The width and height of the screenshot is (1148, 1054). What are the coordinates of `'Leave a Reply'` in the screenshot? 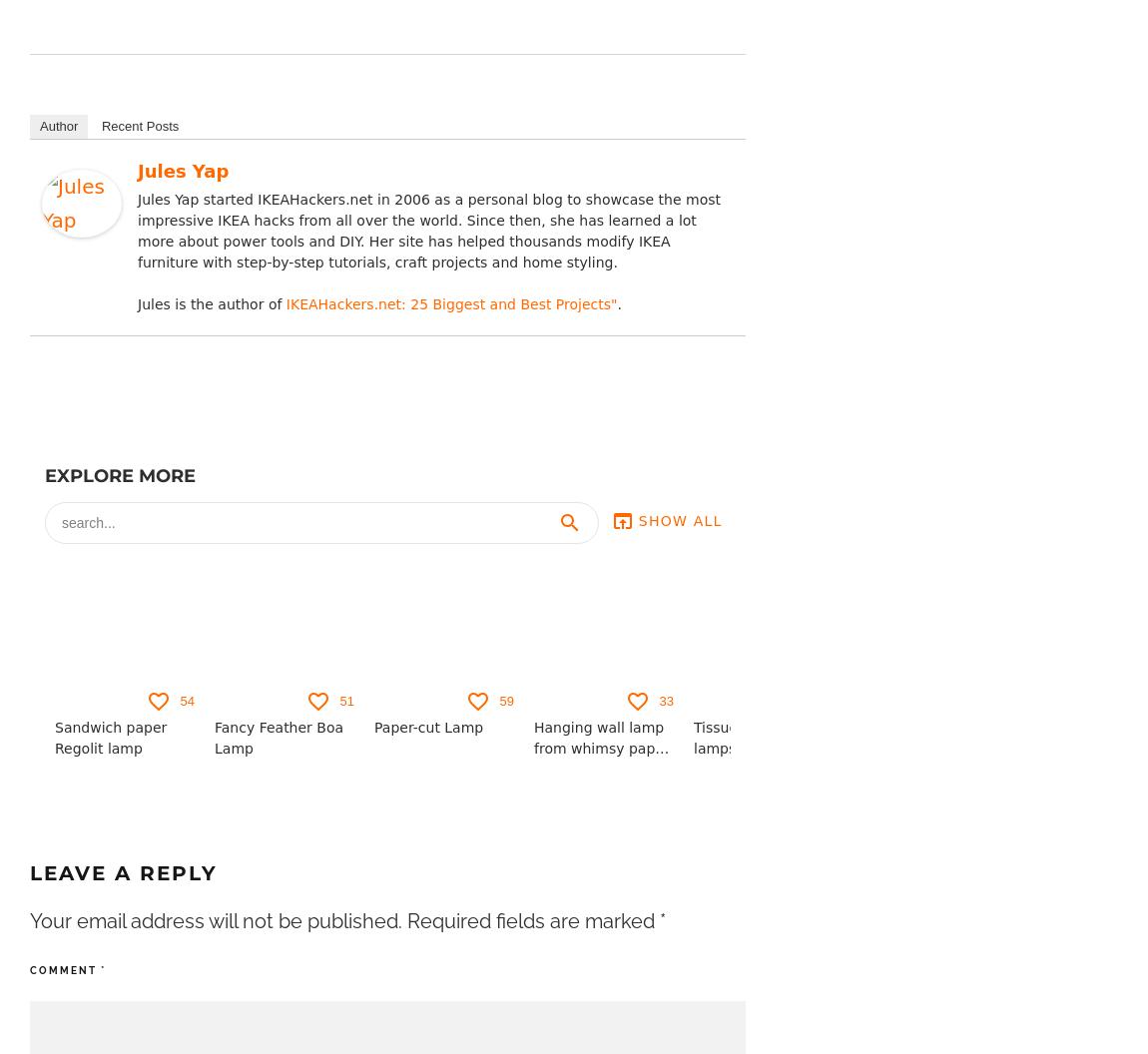 It's located at (29, 872).